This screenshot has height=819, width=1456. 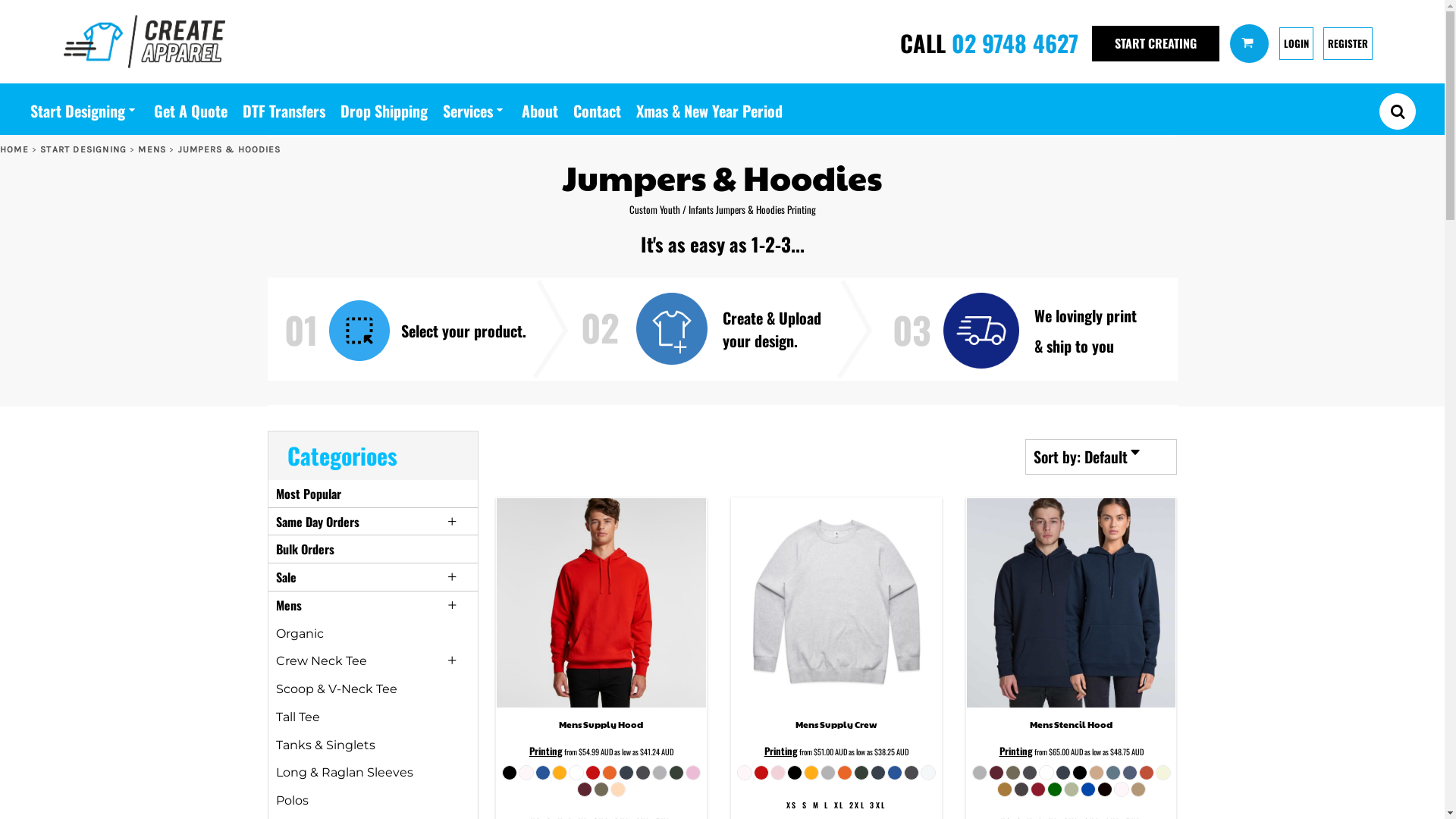 I want to click on 'Polos', so click(x=292, y=799).